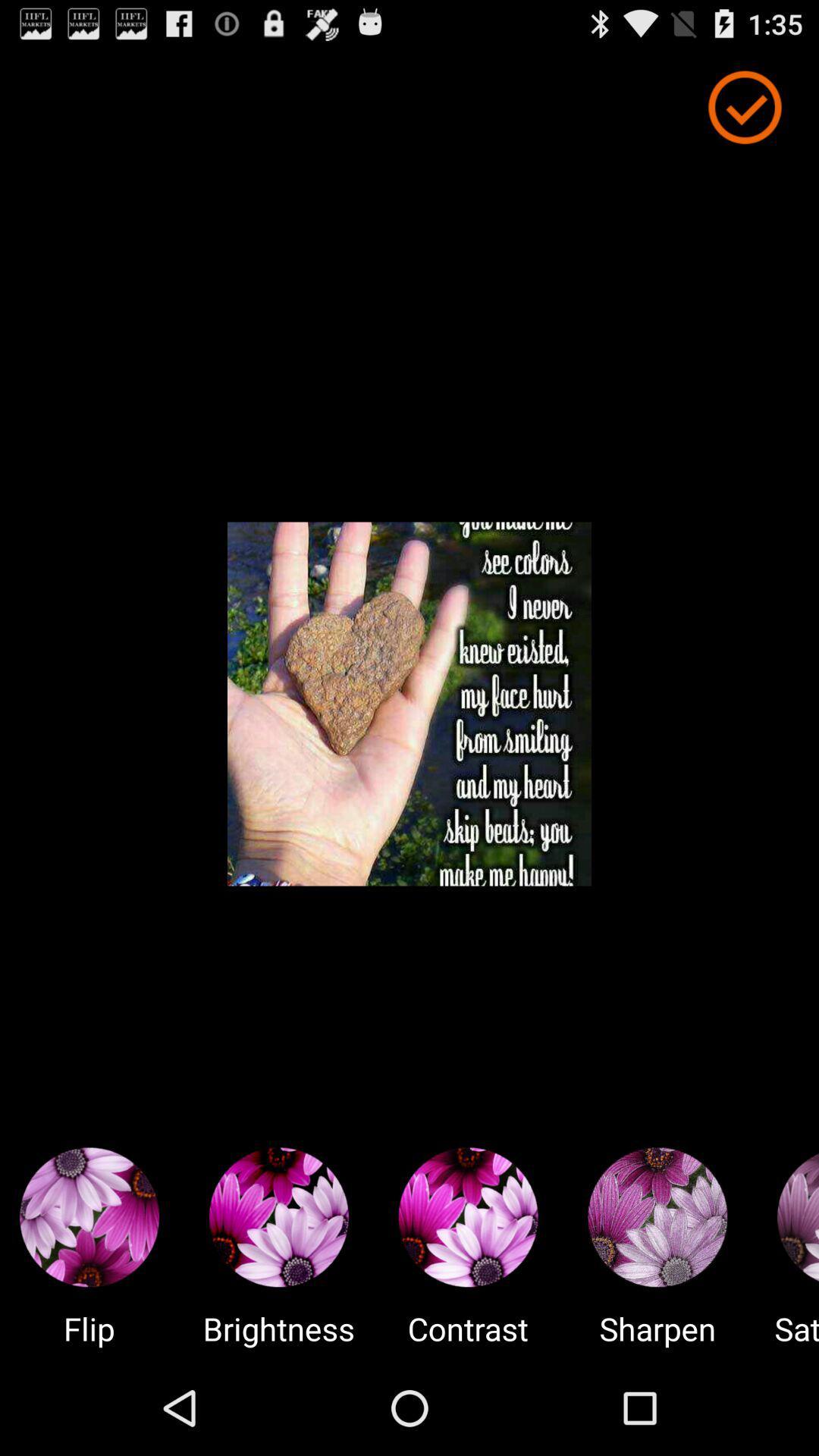 Image resolution: width=819 pixels, height=1456 pixels. Describe the element at coordinates (744, 114) in the screenshot. I see `the check icon` at that location.